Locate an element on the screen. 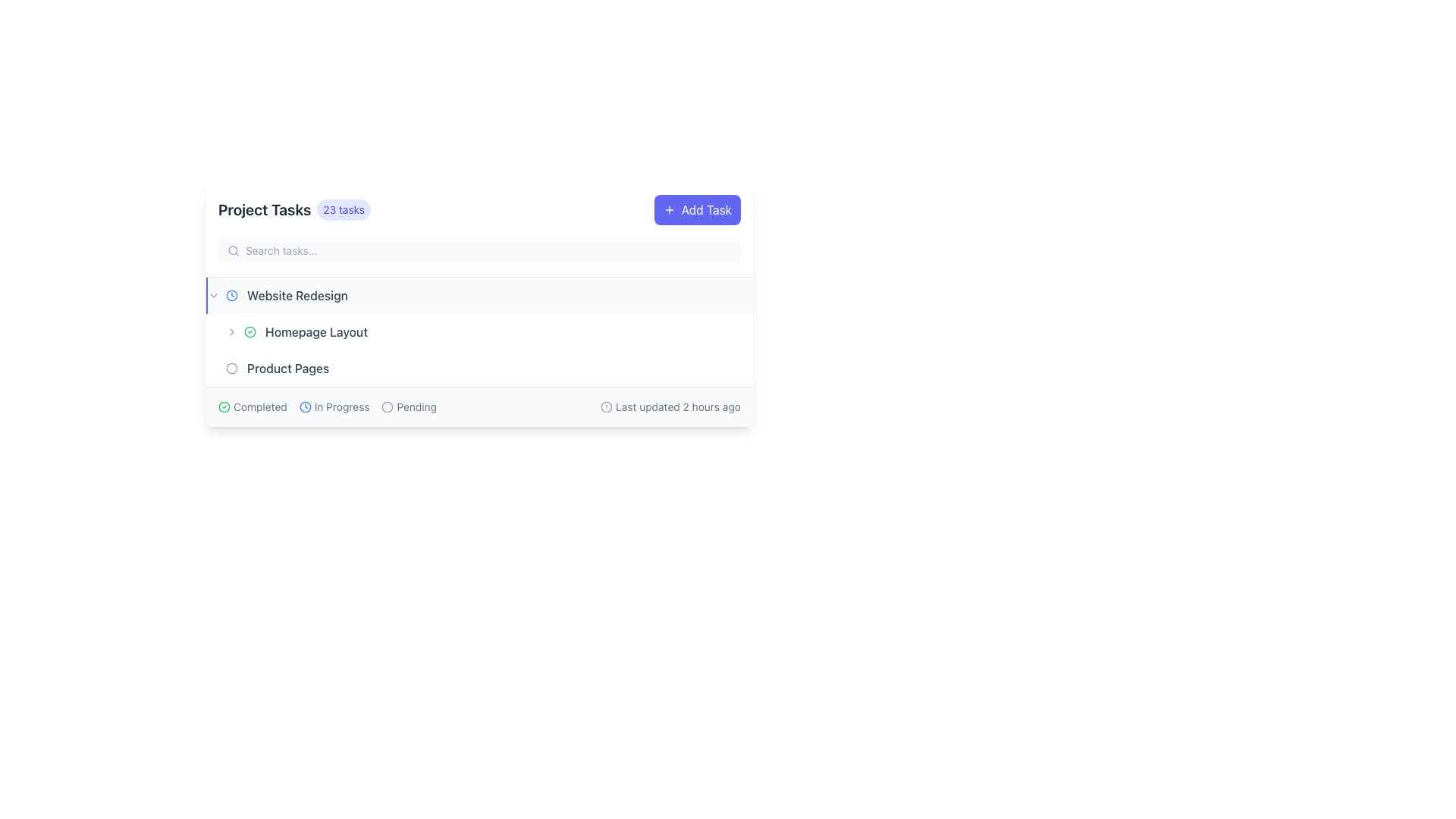  the 'Pending' status indicator, which is the rightmost element among three status indicators in the task management section is located at coordinates (409, 406).